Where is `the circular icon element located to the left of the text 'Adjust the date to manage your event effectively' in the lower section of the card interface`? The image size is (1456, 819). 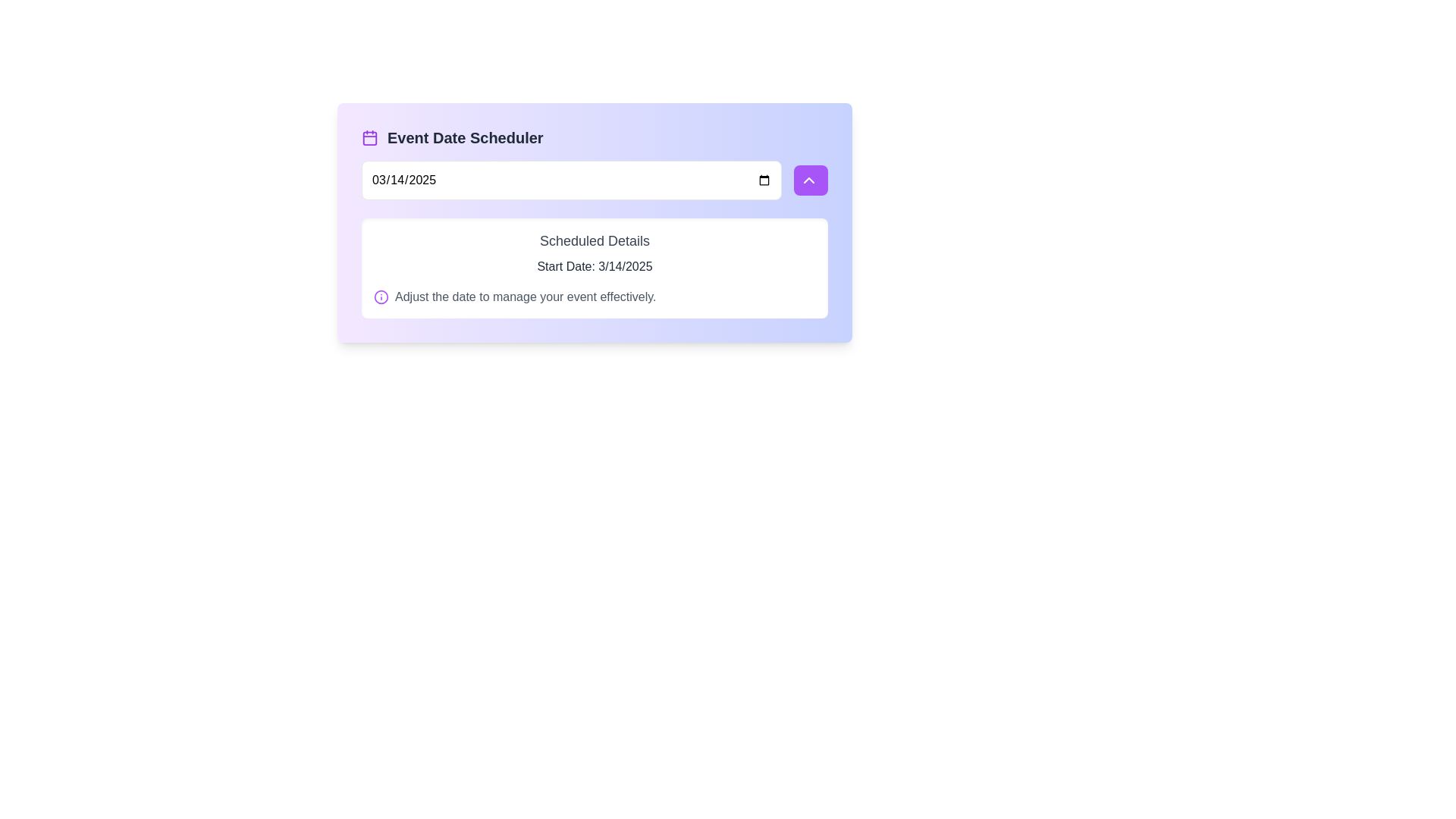 the circular icon element located to the left of the text 'Adjust the date to manage your event effectively' in the lower section of the card interface is located at coordinates (381, 297).